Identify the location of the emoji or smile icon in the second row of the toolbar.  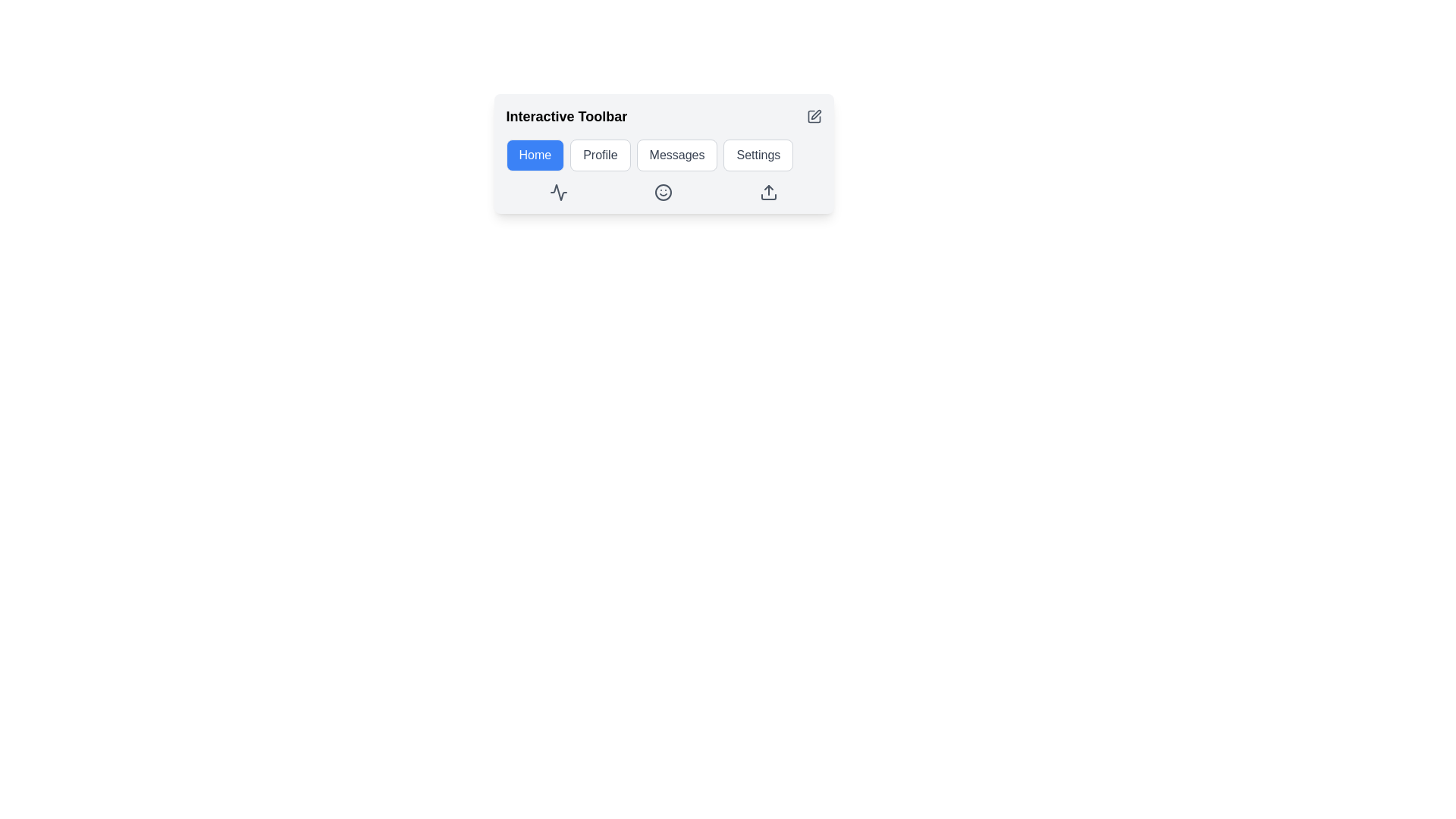
(664, 192).